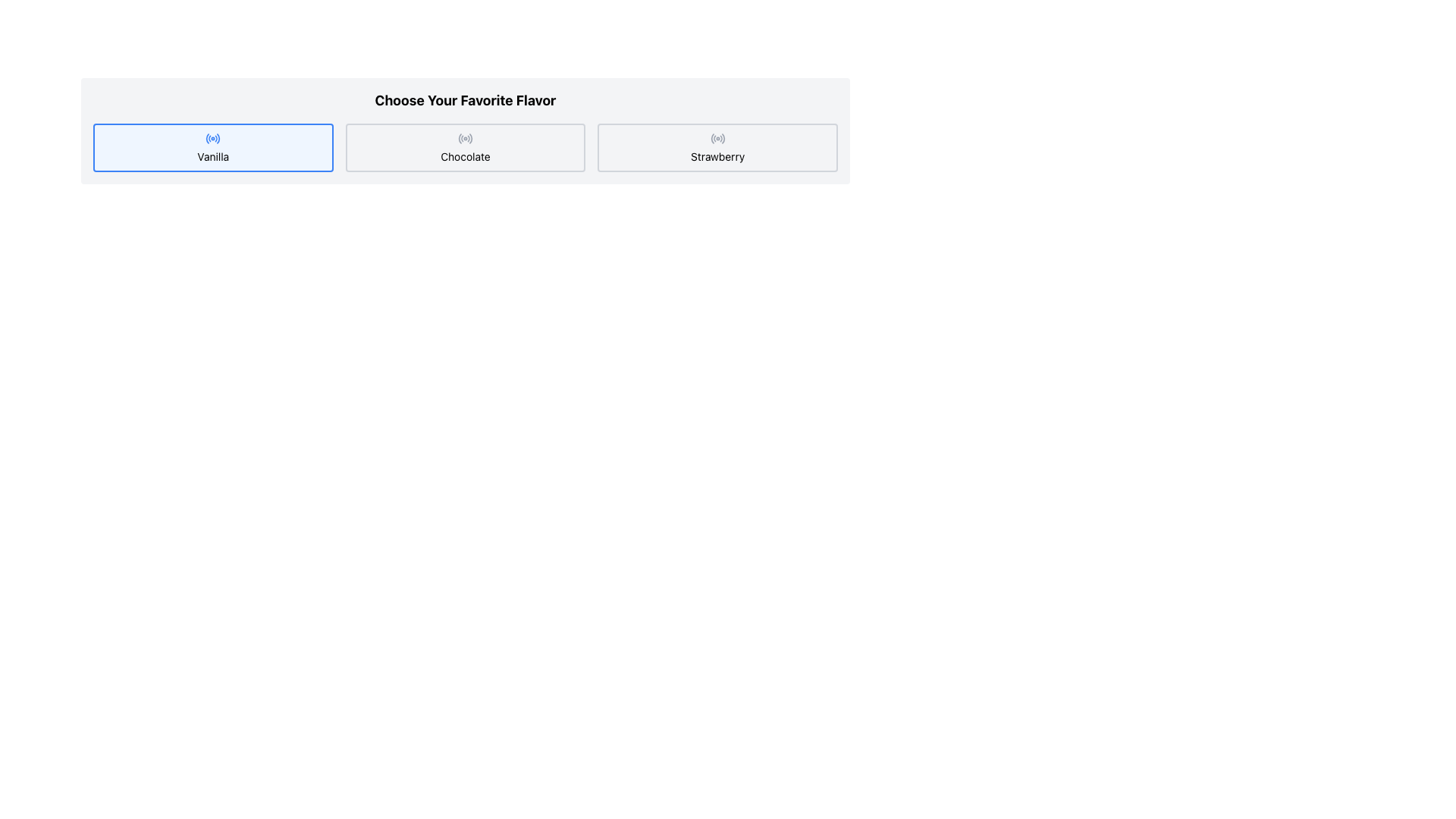 This screenshot has width=1456, height=819. I want to click on the circular radio button for the 'Chocolate' option to select it, so click(465, 138).